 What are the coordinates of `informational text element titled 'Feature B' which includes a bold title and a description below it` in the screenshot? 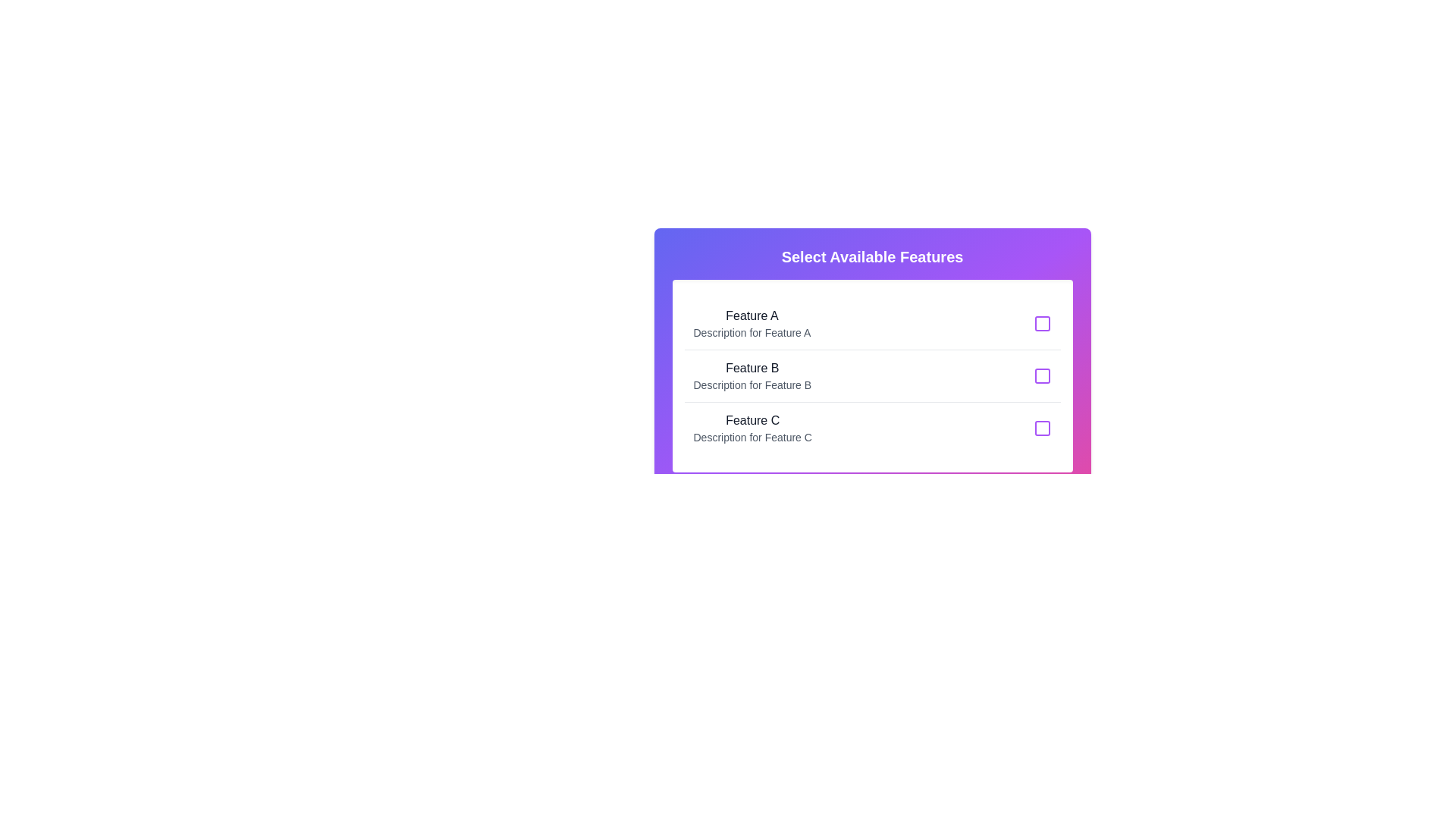 It's located at (752, 375).